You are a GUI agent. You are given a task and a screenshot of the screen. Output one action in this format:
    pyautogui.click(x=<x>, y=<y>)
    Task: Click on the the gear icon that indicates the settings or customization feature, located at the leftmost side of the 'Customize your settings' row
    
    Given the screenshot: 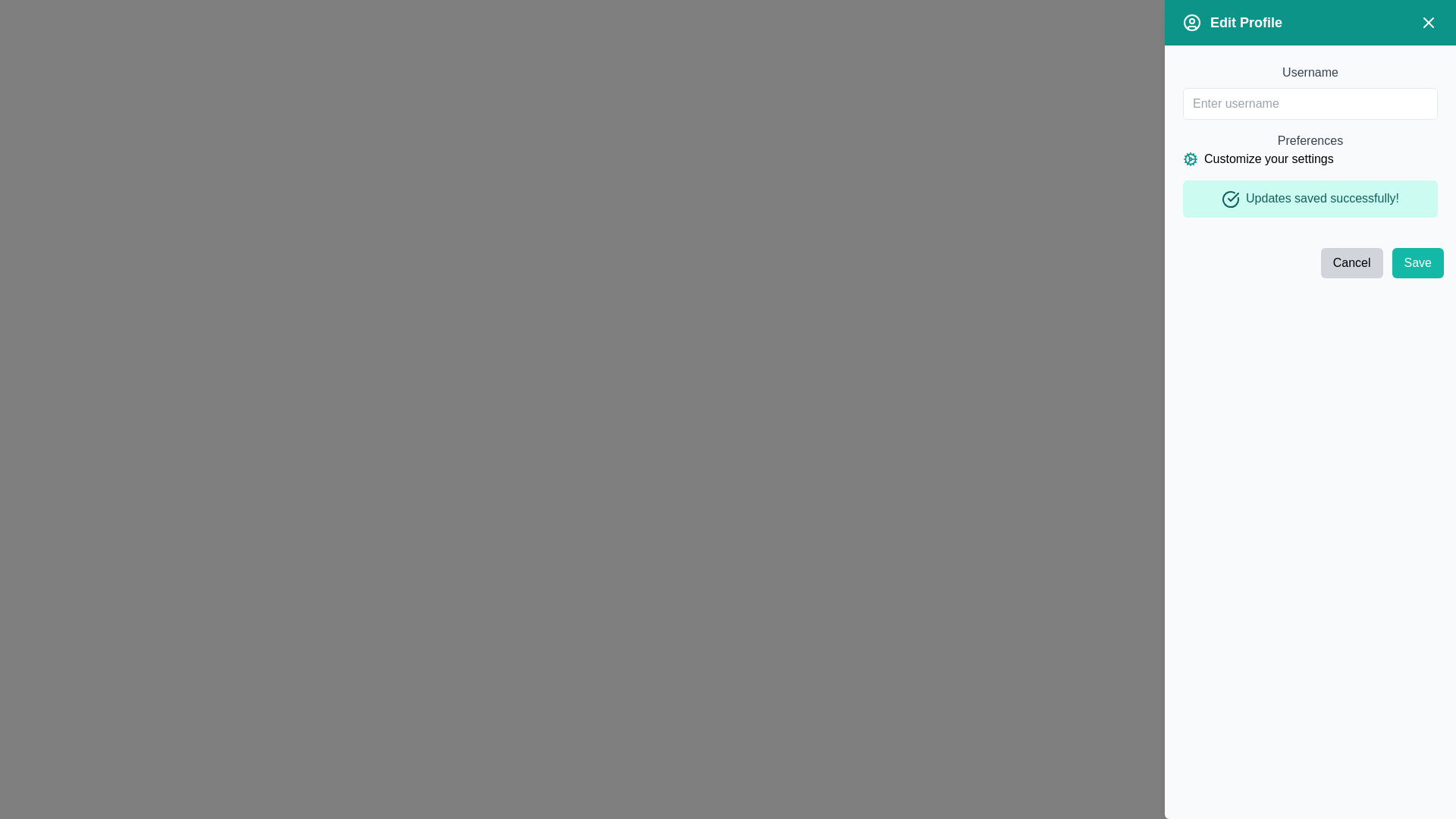 What is the action you would take?
    pyautogui.click(x=1189, y=158)
    